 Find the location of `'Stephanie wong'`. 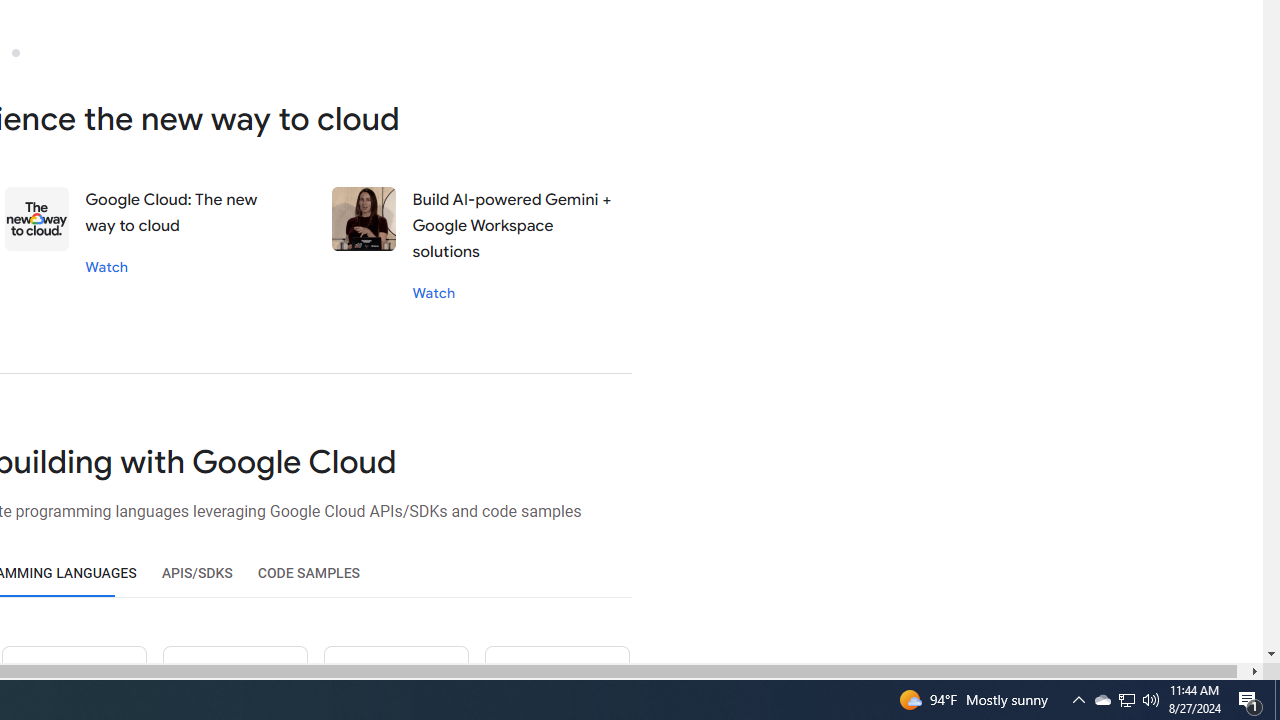

'Stephanie wong' is located at coordinates (364, 219).